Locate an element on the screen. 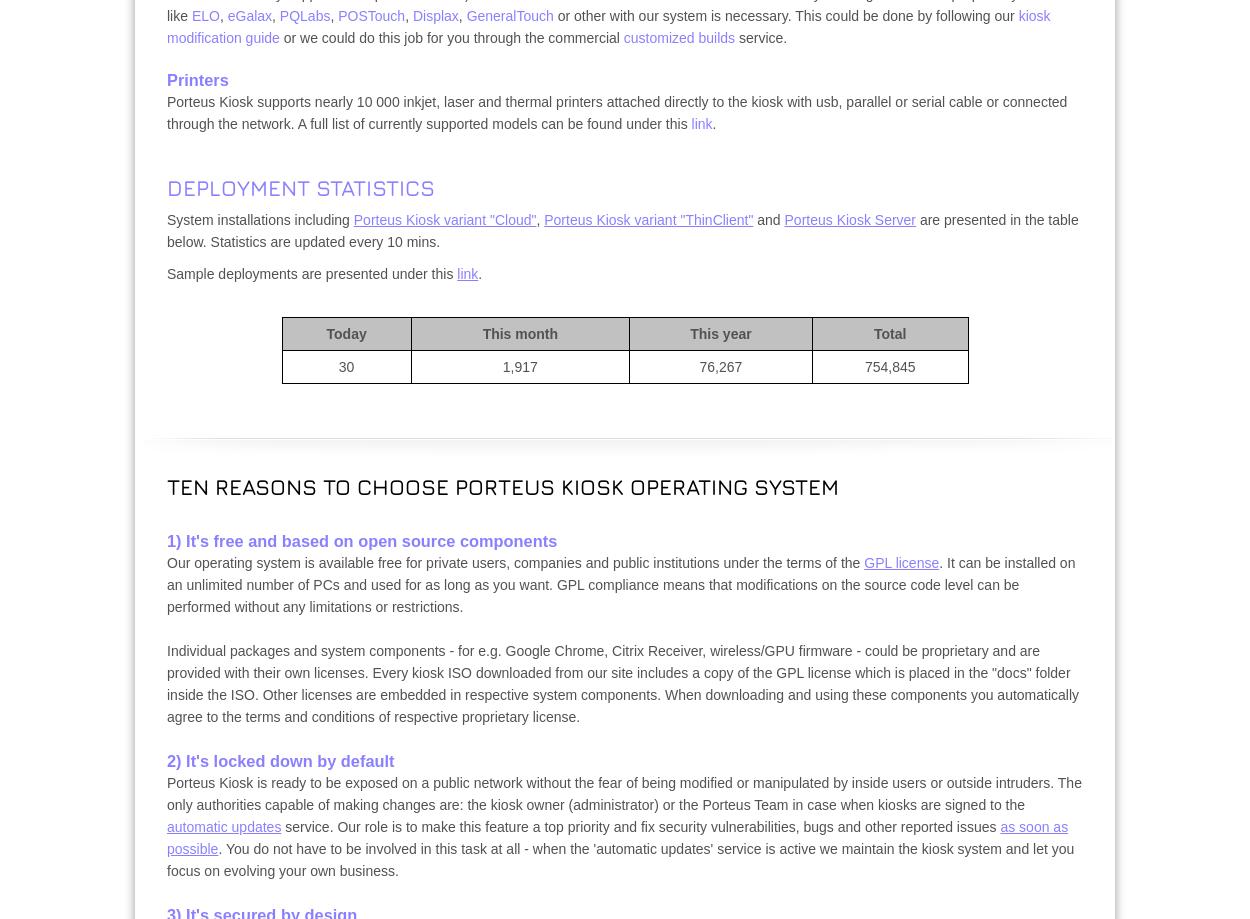  'Porteus Kiosk Server' is located at coordinates (849, 220).